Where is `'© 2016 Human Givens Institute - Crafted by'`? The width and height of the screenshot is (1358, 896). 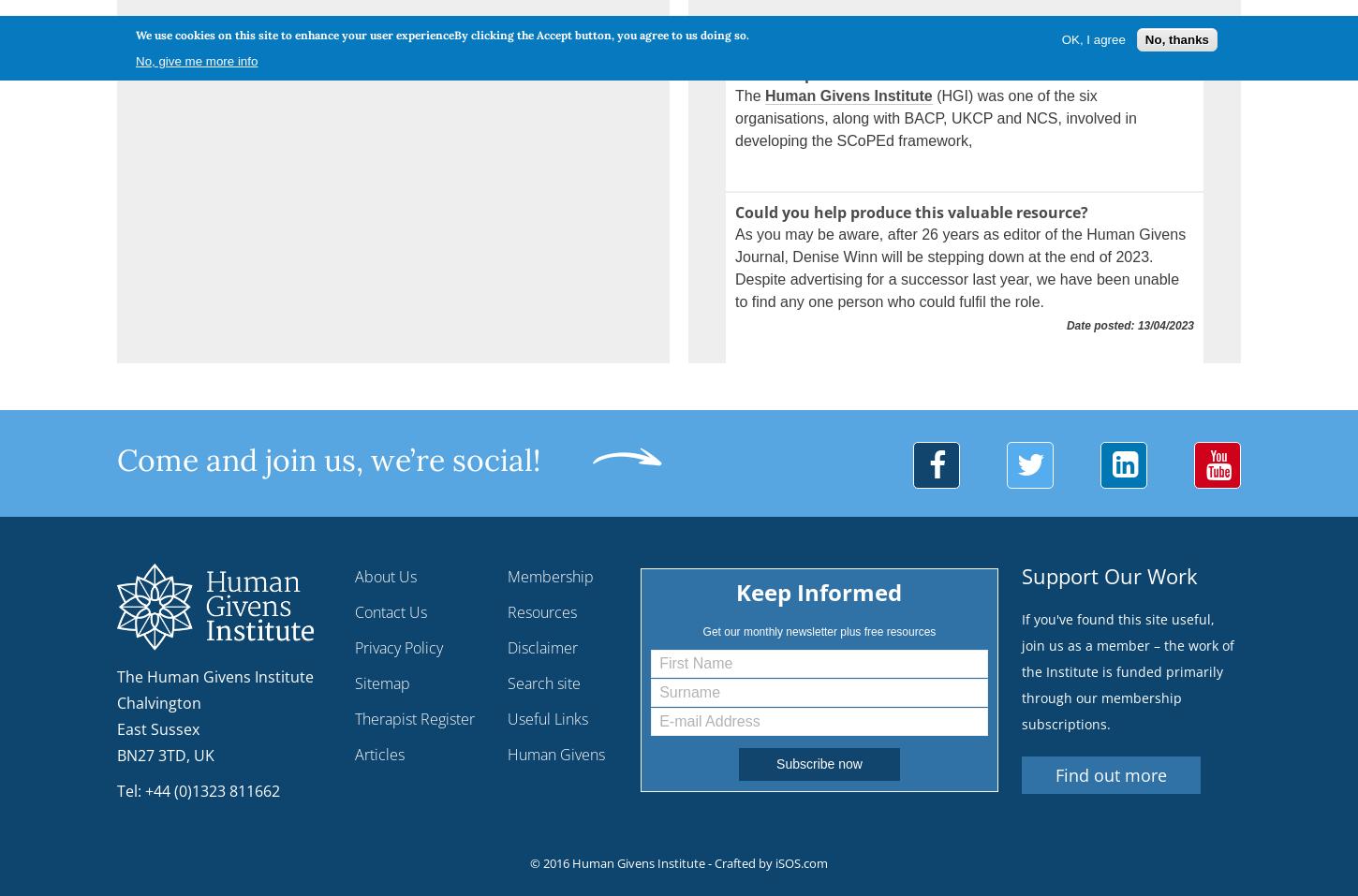
'© 2016 Human Givens Institute - Crafted by' is located at coordinates (652, 862).